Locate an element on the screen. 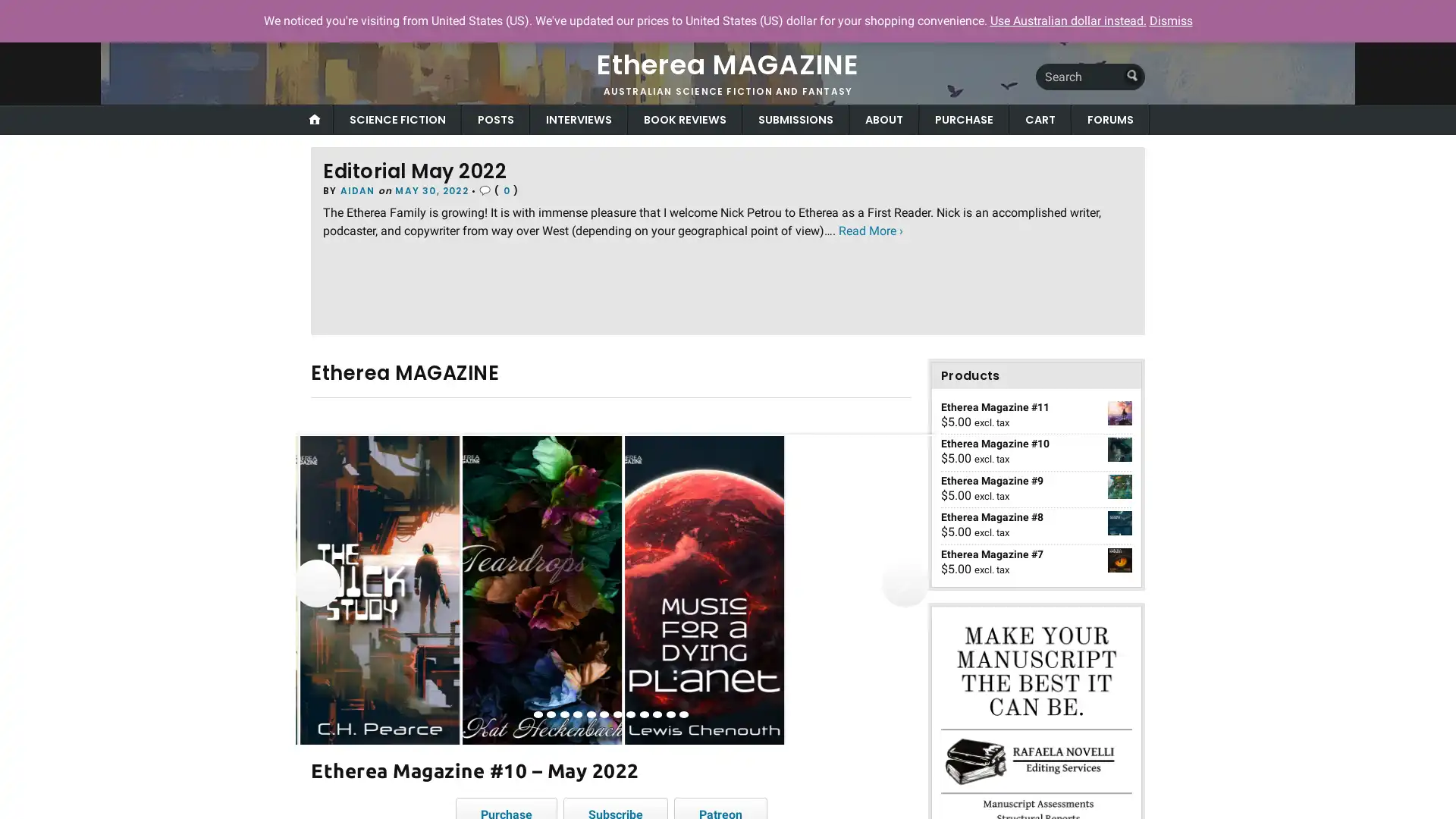  view image 10 of 12 in carousel is located at coordinates (657, 714).